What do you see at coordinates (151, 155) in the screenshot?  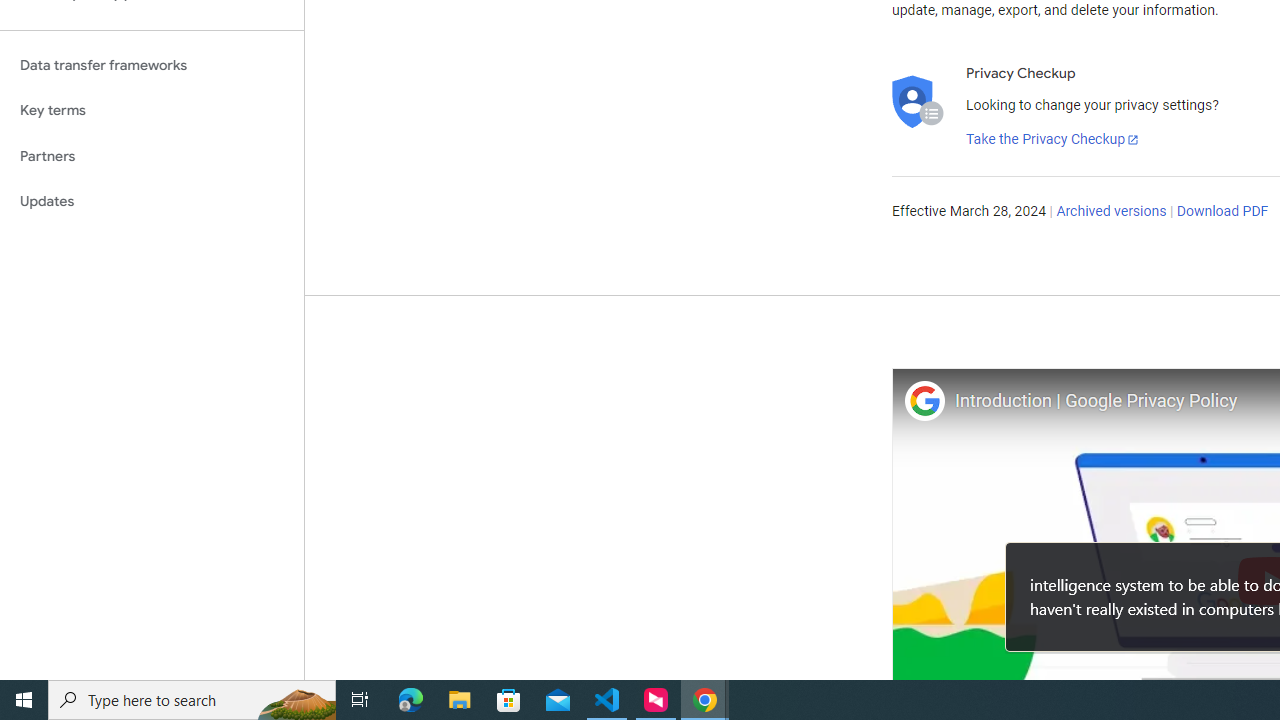 I see `'Partners'` at bounding box center [151, 155].